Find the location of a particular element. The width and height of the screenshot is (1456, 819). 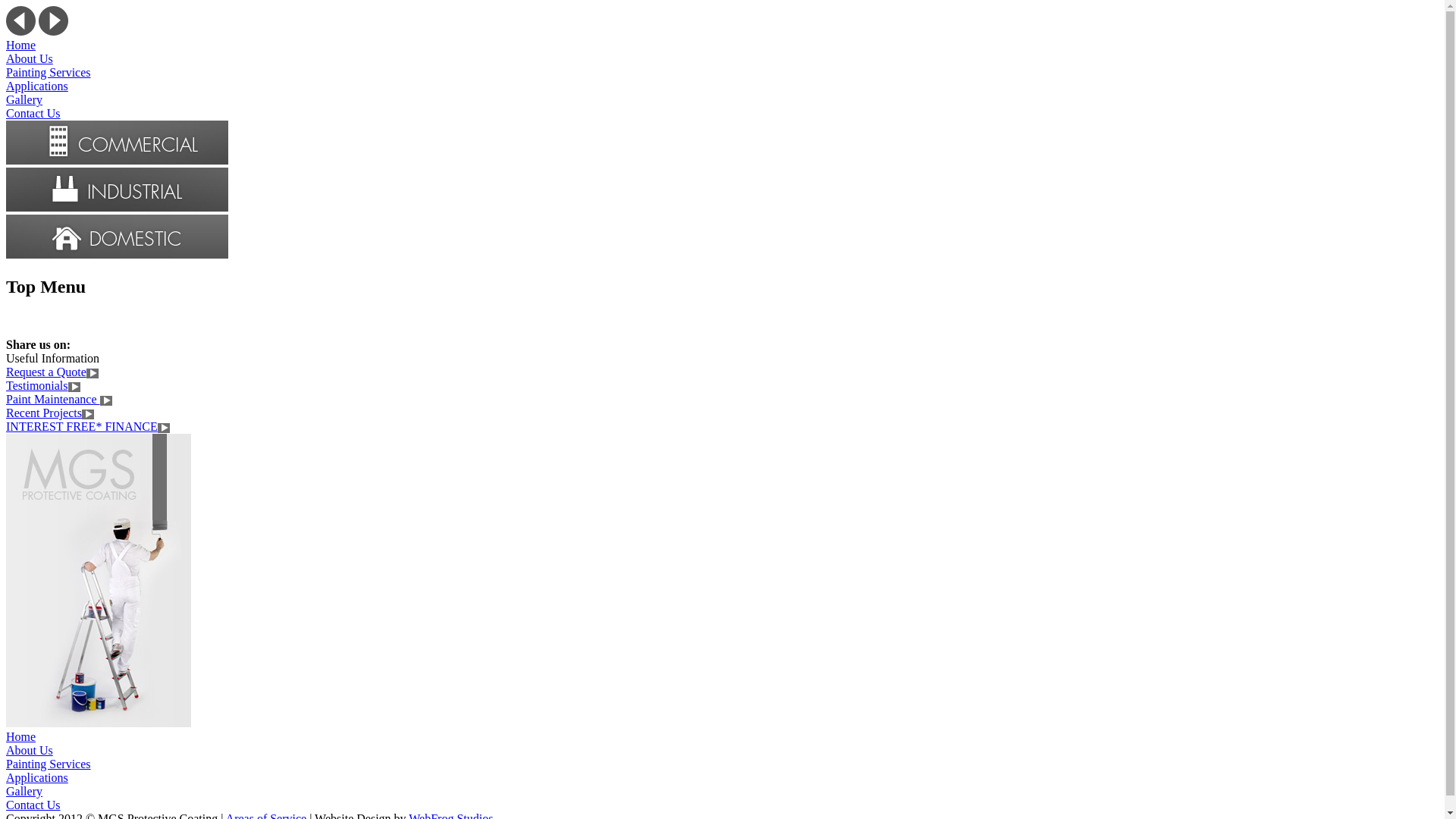

'Paint Maintenance' is located at coordinates (6, 398).